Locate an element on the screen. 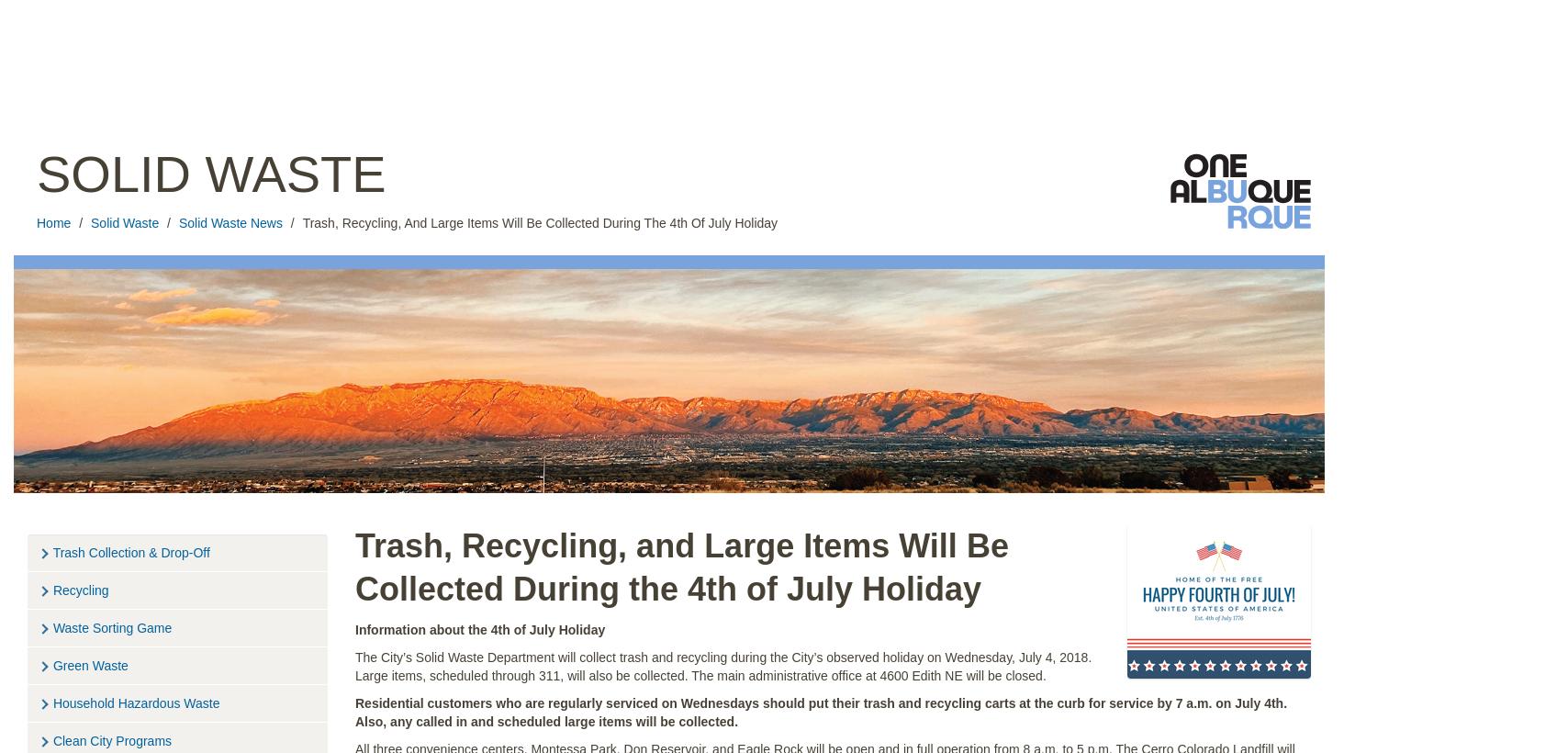 The height and width of the screenshot is (753, 1568). 'Household Hazardous Waste' is located at coordinates (49, 701).